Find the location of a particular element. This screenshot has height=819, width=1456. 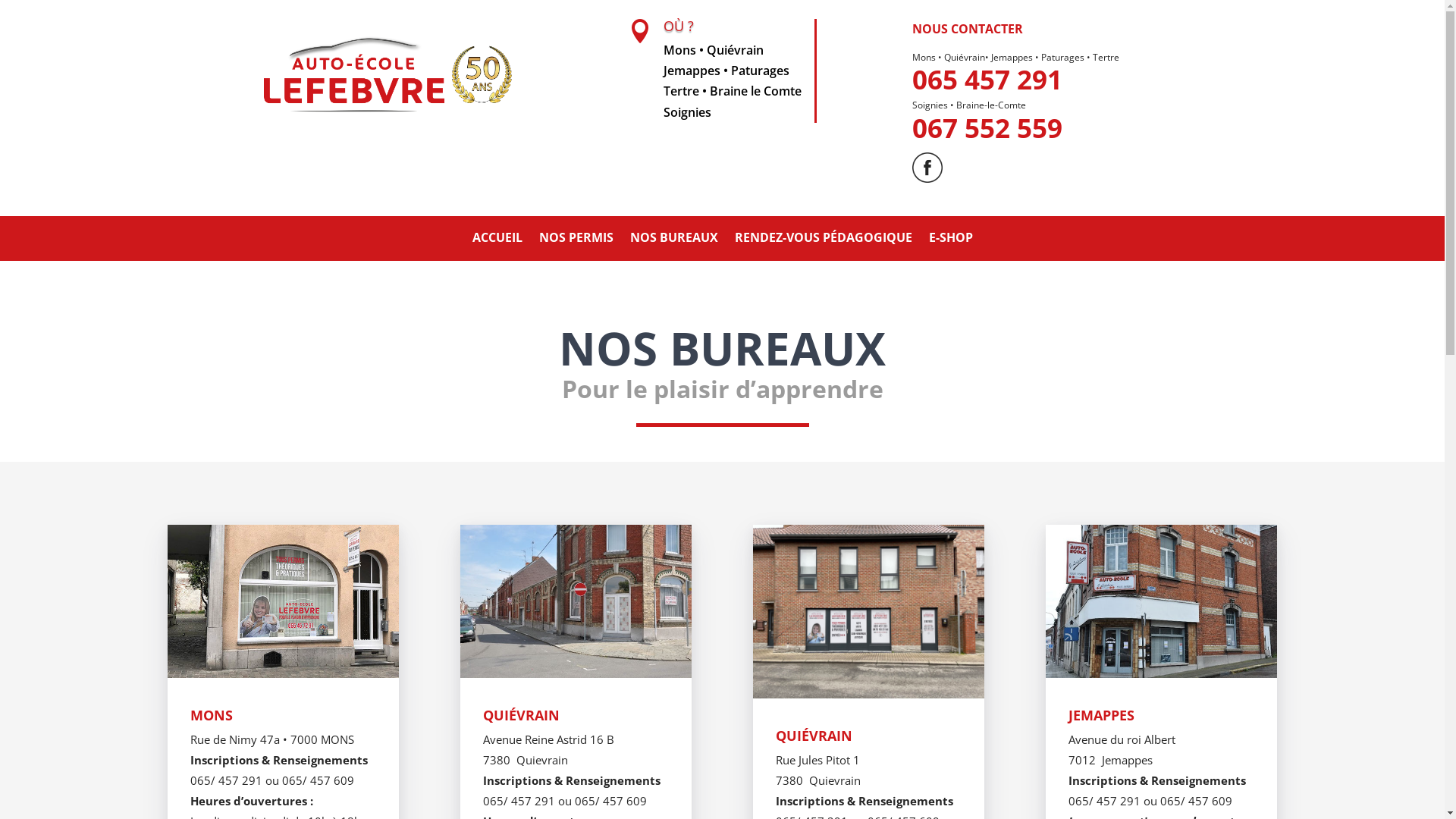

'065 457 291' is located at coordinates (987, 79).